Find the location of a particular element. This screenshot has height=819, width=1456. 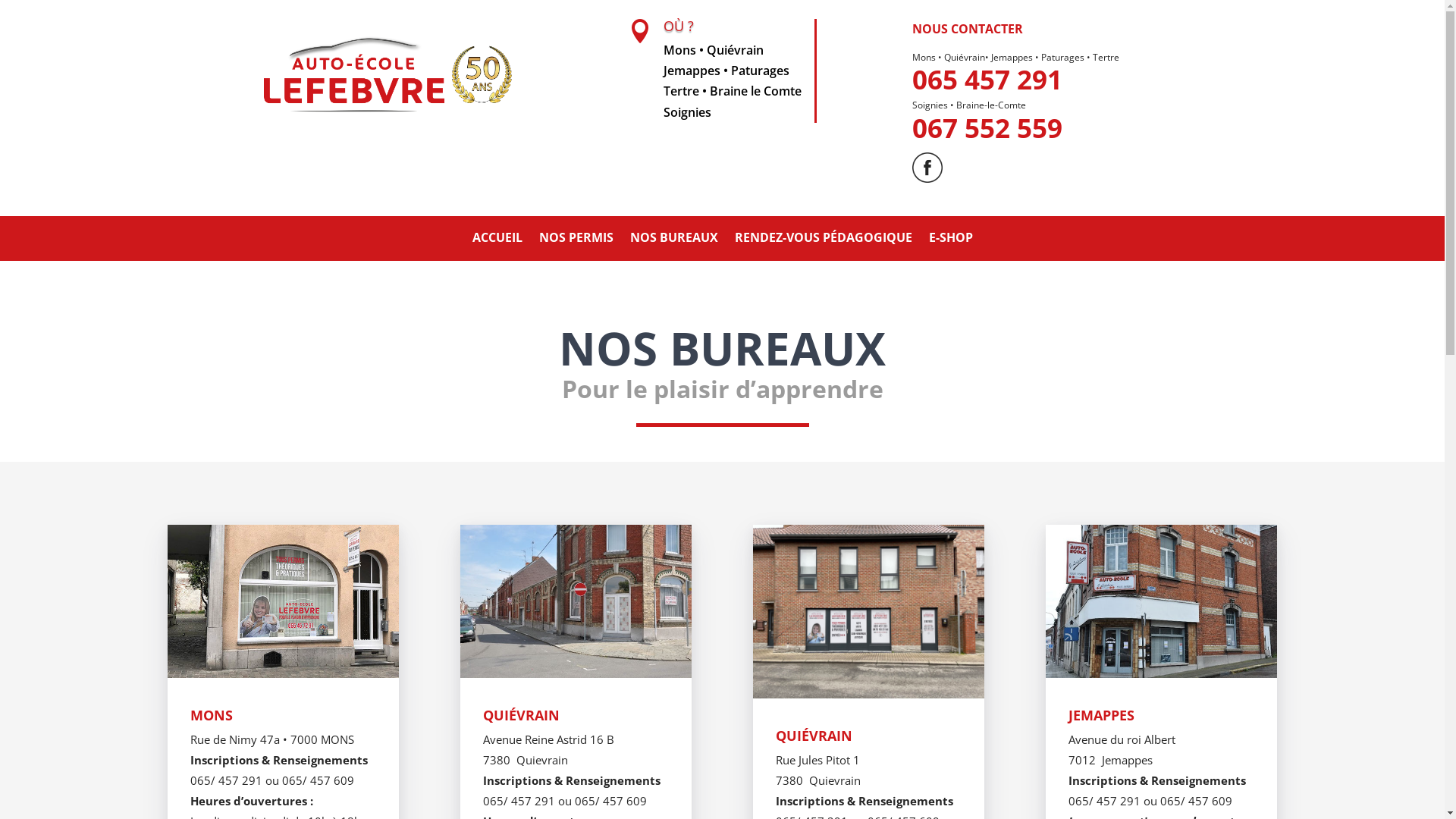

'065 457 291' is located at coordinates (987, 79).